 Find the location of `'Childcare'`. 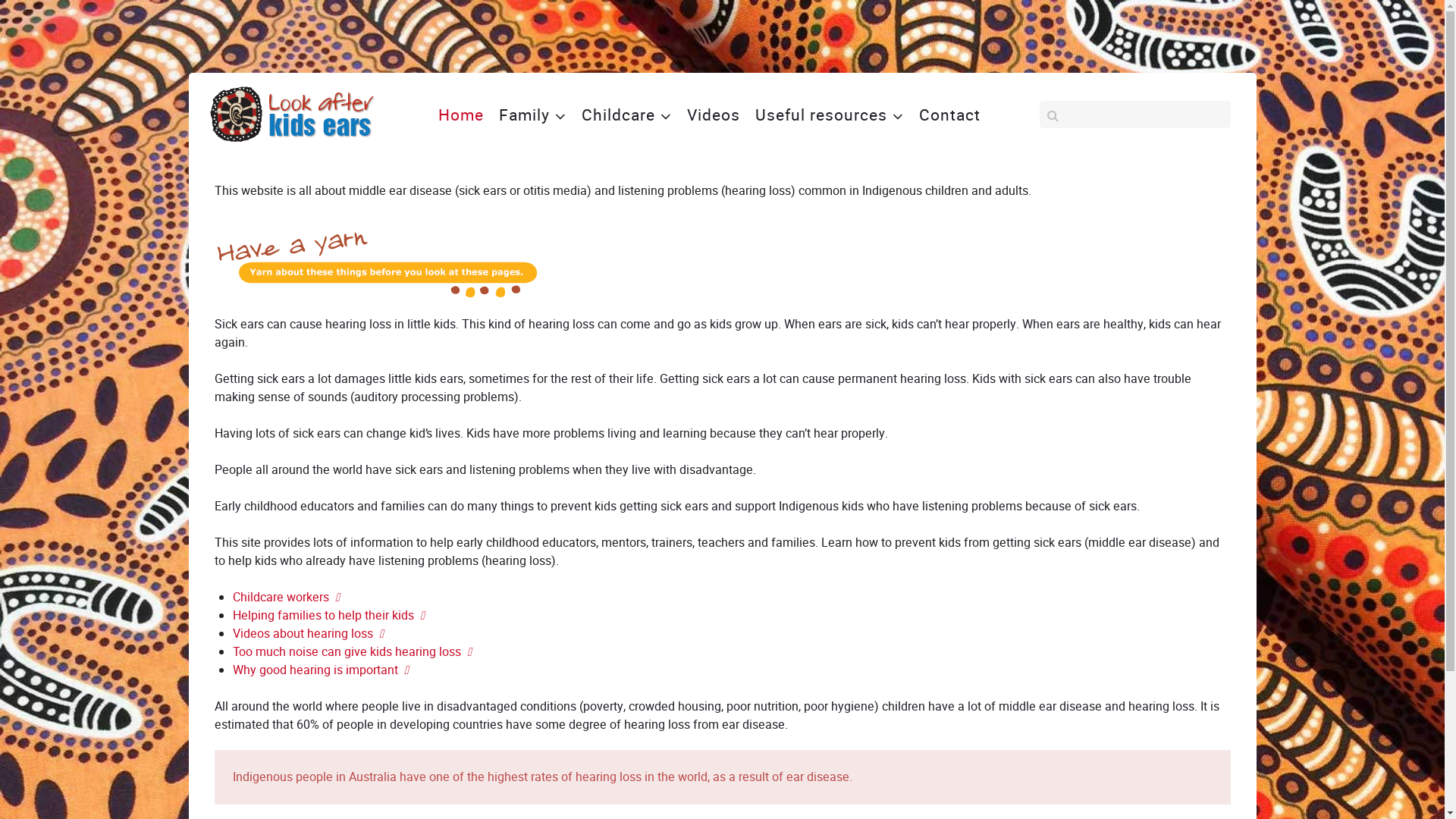

'Childcare' is located at coordinates (626, 113).